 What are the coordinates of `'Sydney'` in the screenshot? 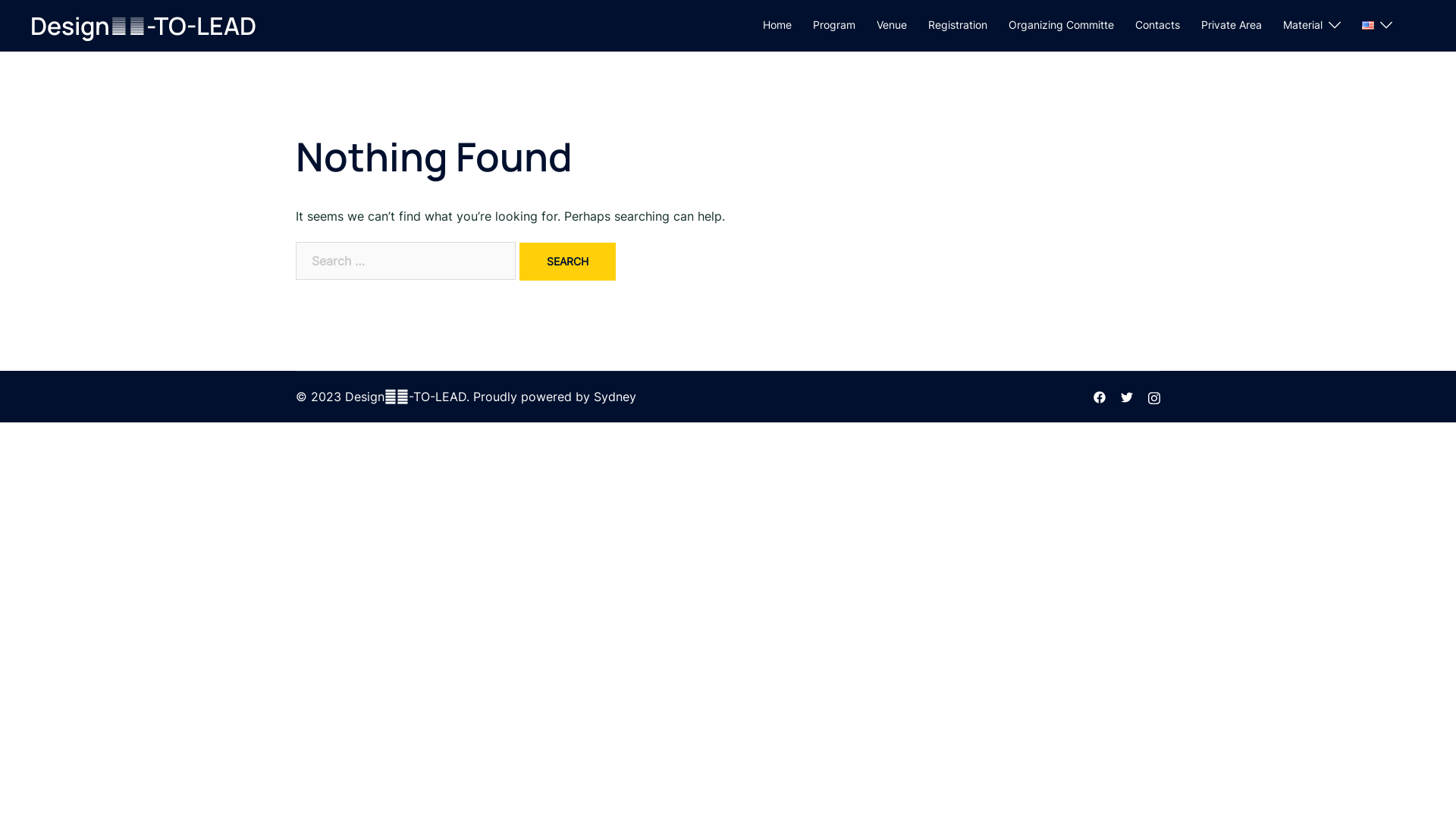 It's located at (592, 396).